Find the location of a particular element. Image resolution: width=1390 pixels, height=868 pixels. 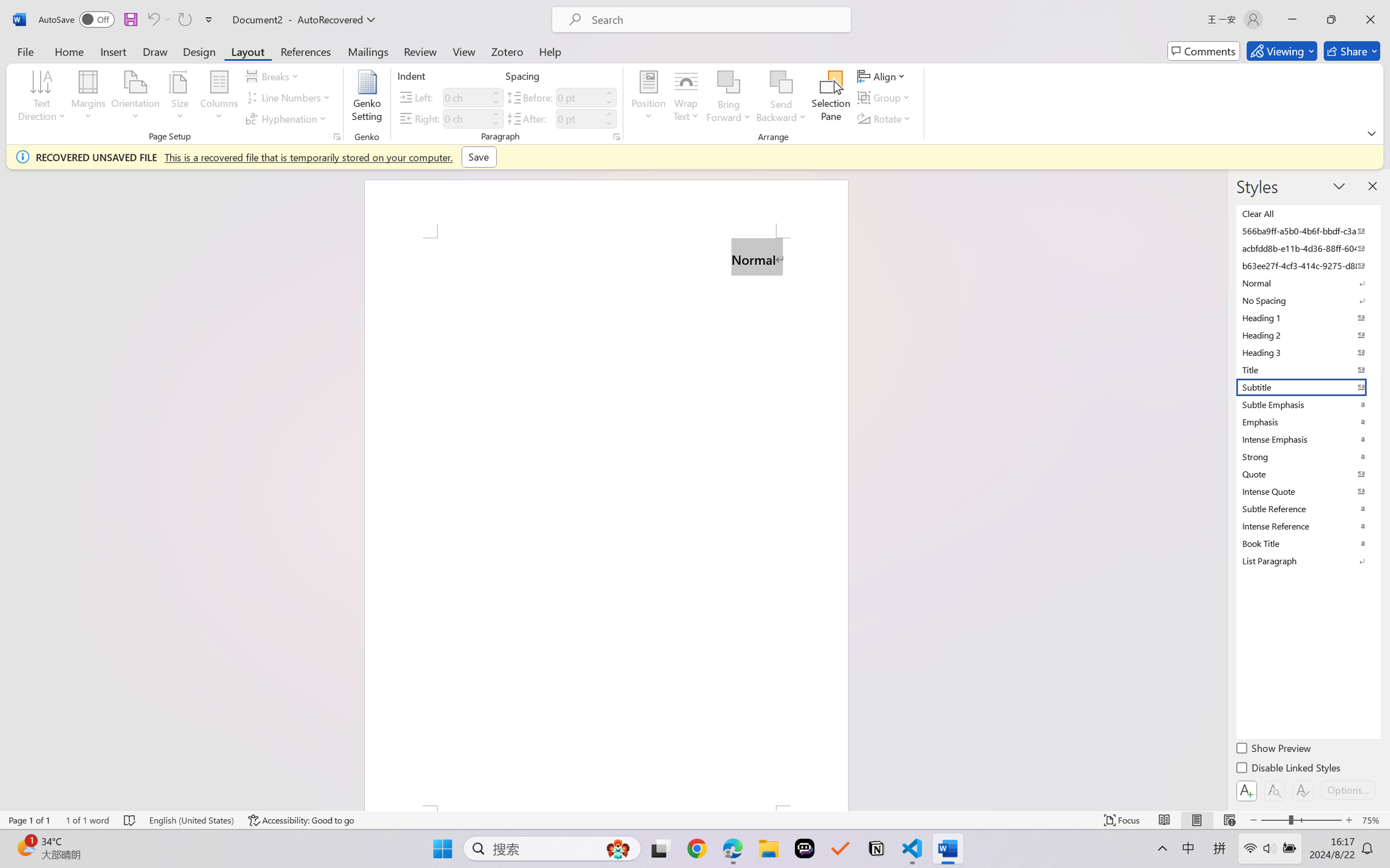

'Intense Emphasis' is located at coordinates (1307, 439).